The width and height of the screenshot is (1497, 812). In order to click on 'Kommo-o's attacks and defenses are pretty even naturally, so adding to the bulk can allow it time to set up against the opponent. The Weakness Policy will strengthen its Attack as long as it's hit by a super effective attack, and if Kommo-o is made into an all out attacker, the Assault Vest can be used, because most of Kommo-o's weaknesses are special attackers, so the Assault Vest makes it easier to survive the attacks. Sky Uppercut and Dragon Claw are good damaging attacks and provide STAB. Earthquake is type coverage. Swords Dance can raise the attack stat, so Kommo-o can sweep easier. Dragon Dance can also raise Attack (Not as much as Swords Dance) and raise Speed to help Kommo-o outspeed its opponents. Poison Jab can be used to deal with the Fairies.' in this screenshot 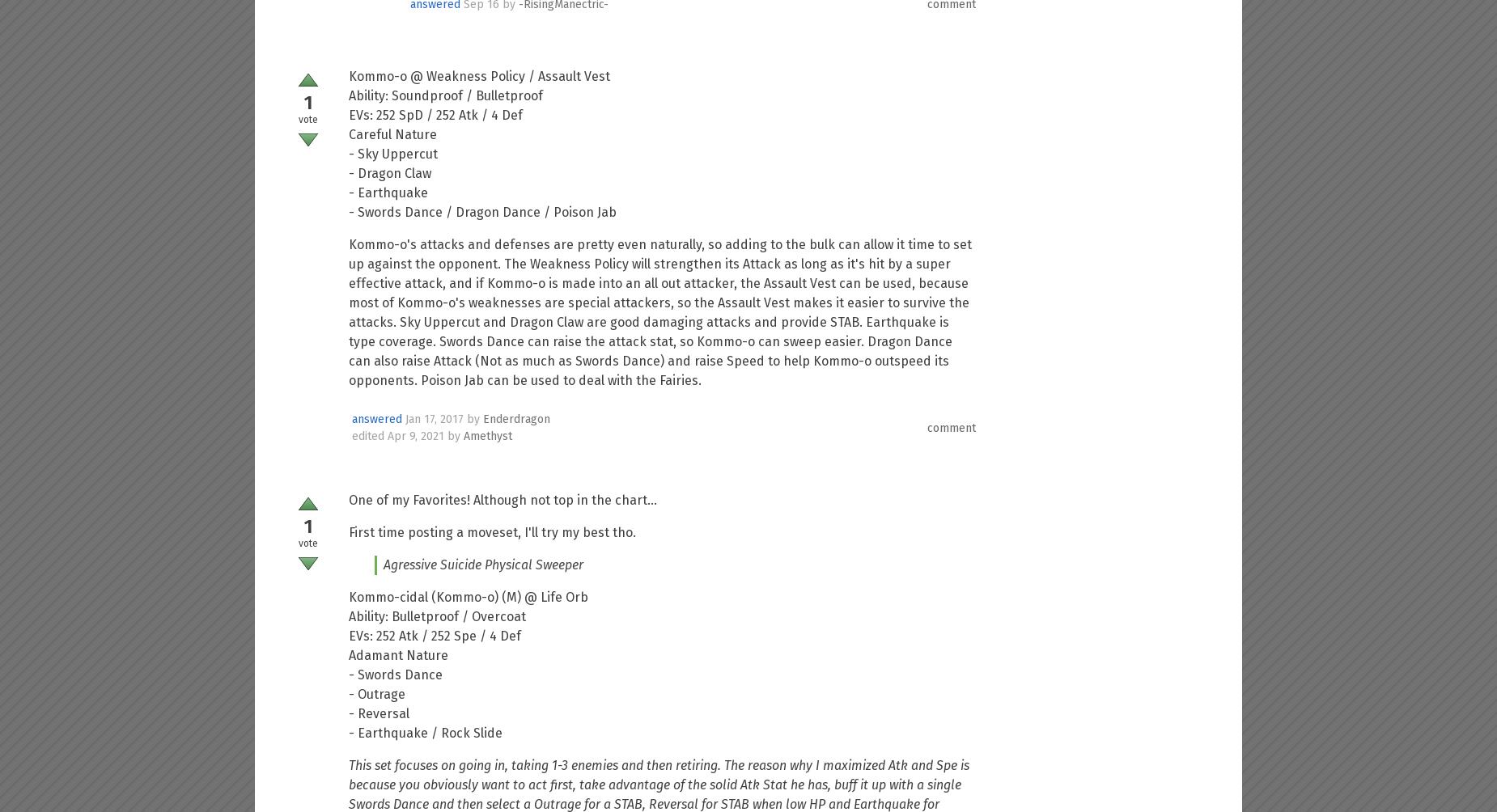, I will do `click(660, 311)`.